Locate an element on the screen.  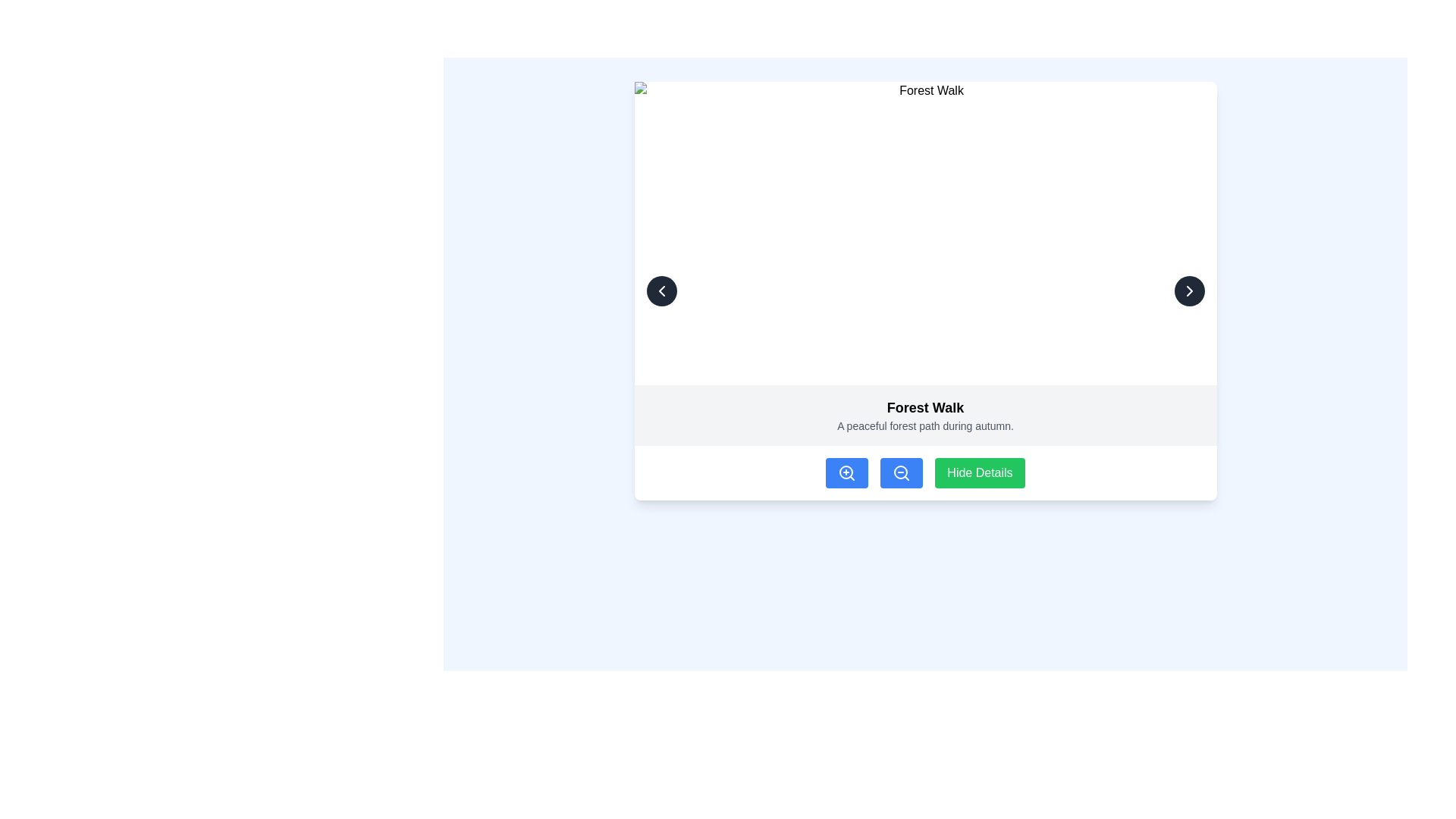
the magnifying glass icon with a minus sign, located within a blue button group under the title 'Forest Walk' is located at coordinates (902, 472).